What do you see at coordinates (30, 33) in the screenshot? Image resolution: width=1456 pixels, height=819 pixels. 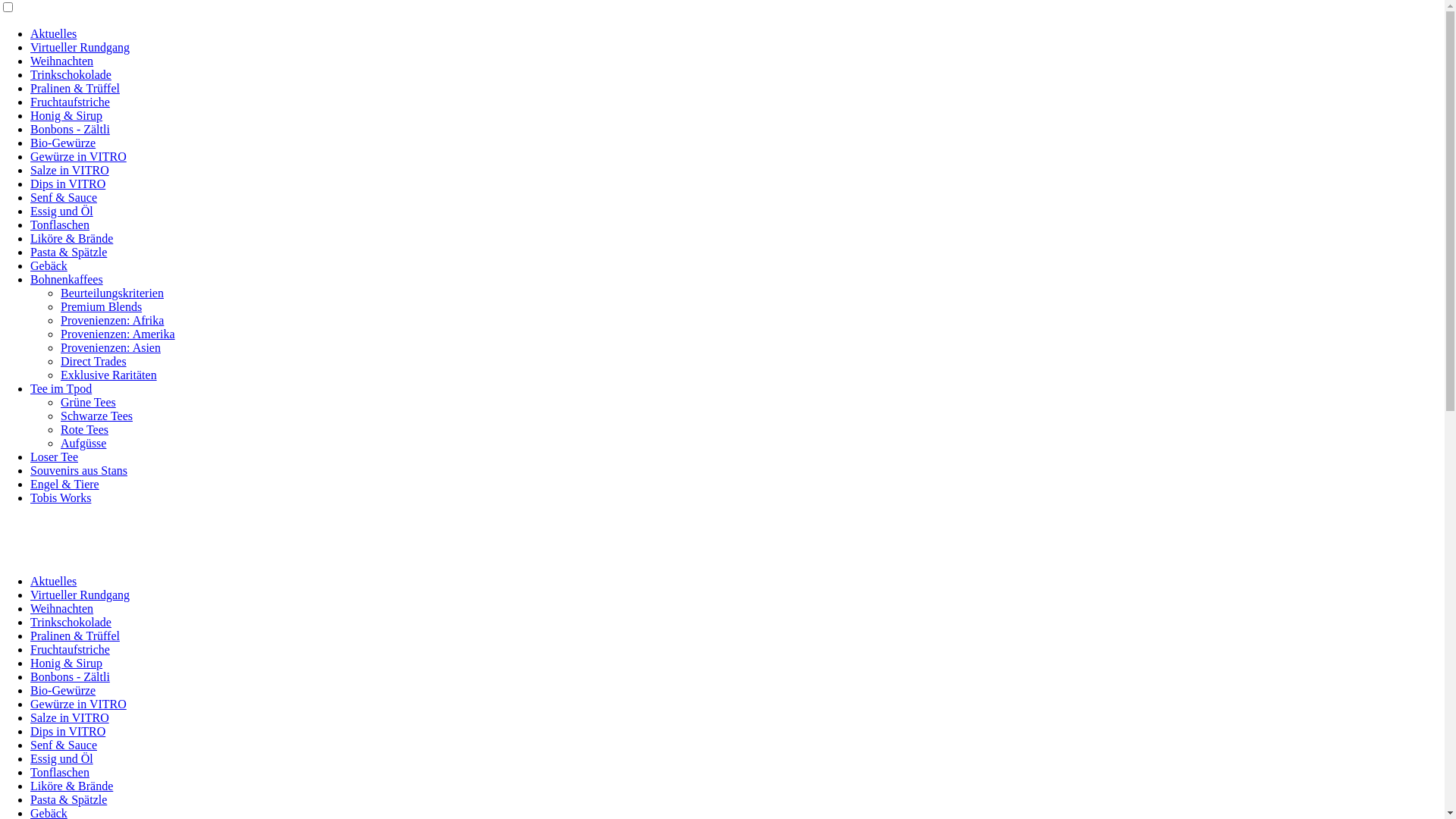 I see `'Aktuelles'` at bounding box center [30, 33].